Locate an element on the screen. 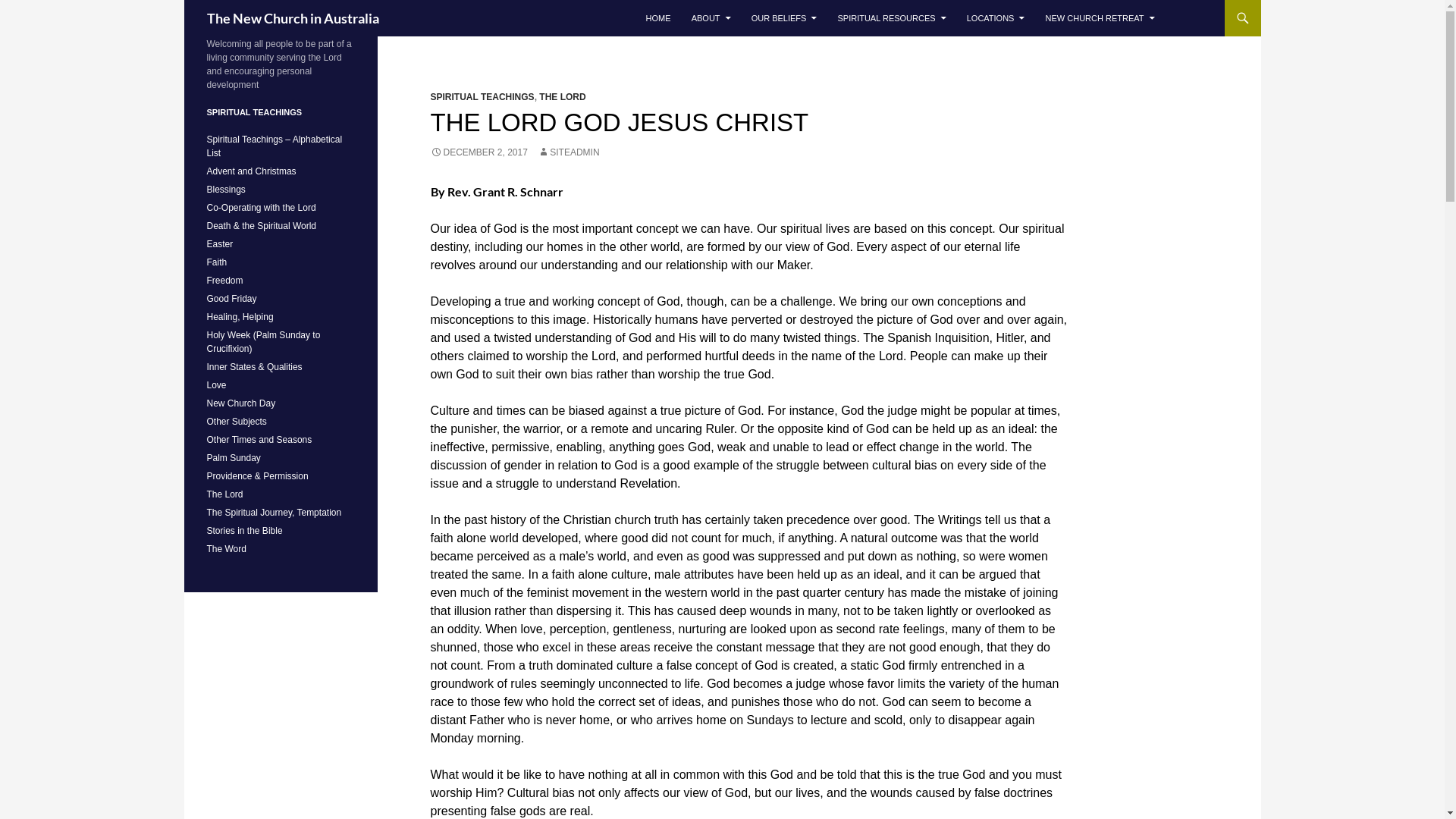  'SITEADMIN' is located at coordinates (567, 152).